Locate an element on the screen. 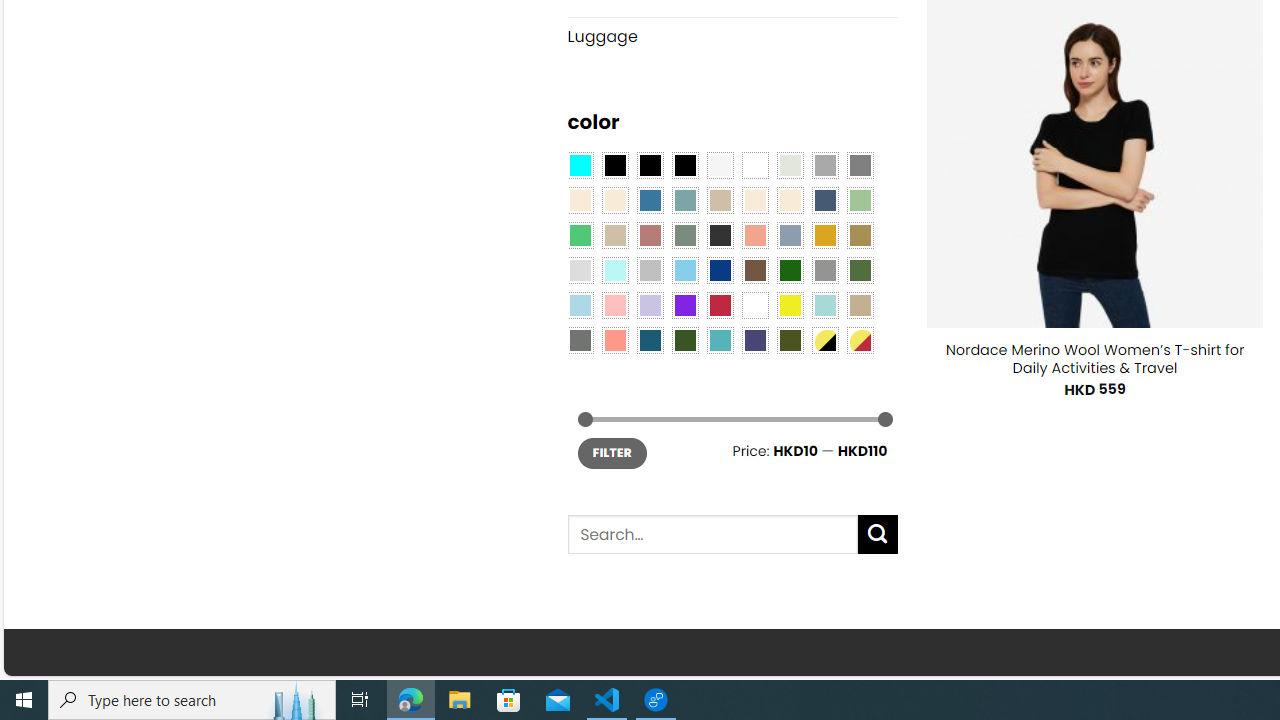 The height and width of the screenshot is (720, 1280). 'Blue Sage' is located at coordinates (684, 200).